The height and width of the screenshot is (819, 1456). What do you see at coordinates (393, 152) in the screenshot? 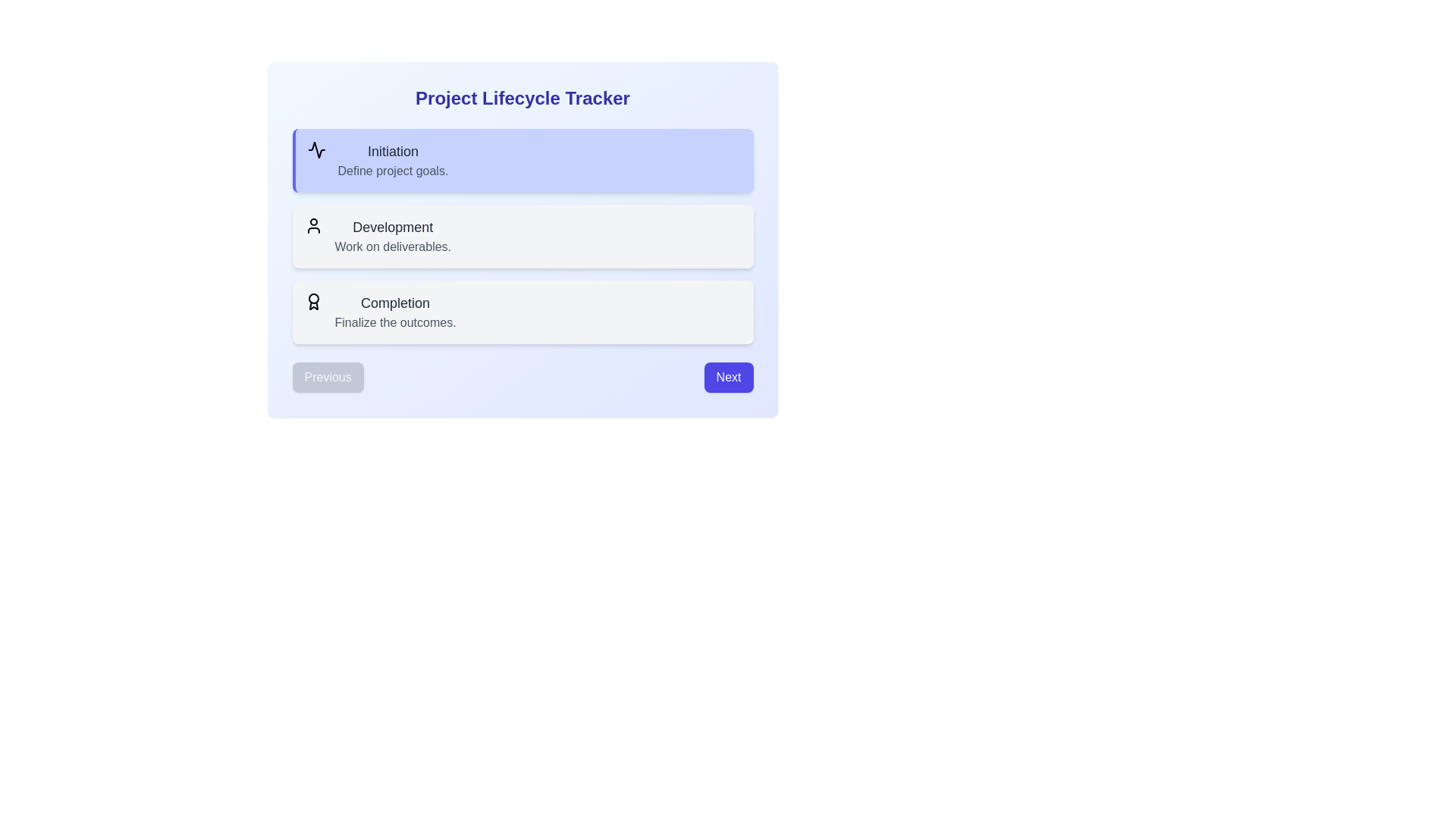
I see `the text label indicating 'Define project goals.' which serves as the header for the first section in the Project Lifecycle Tracker interface` at bounding box center [393, 152].